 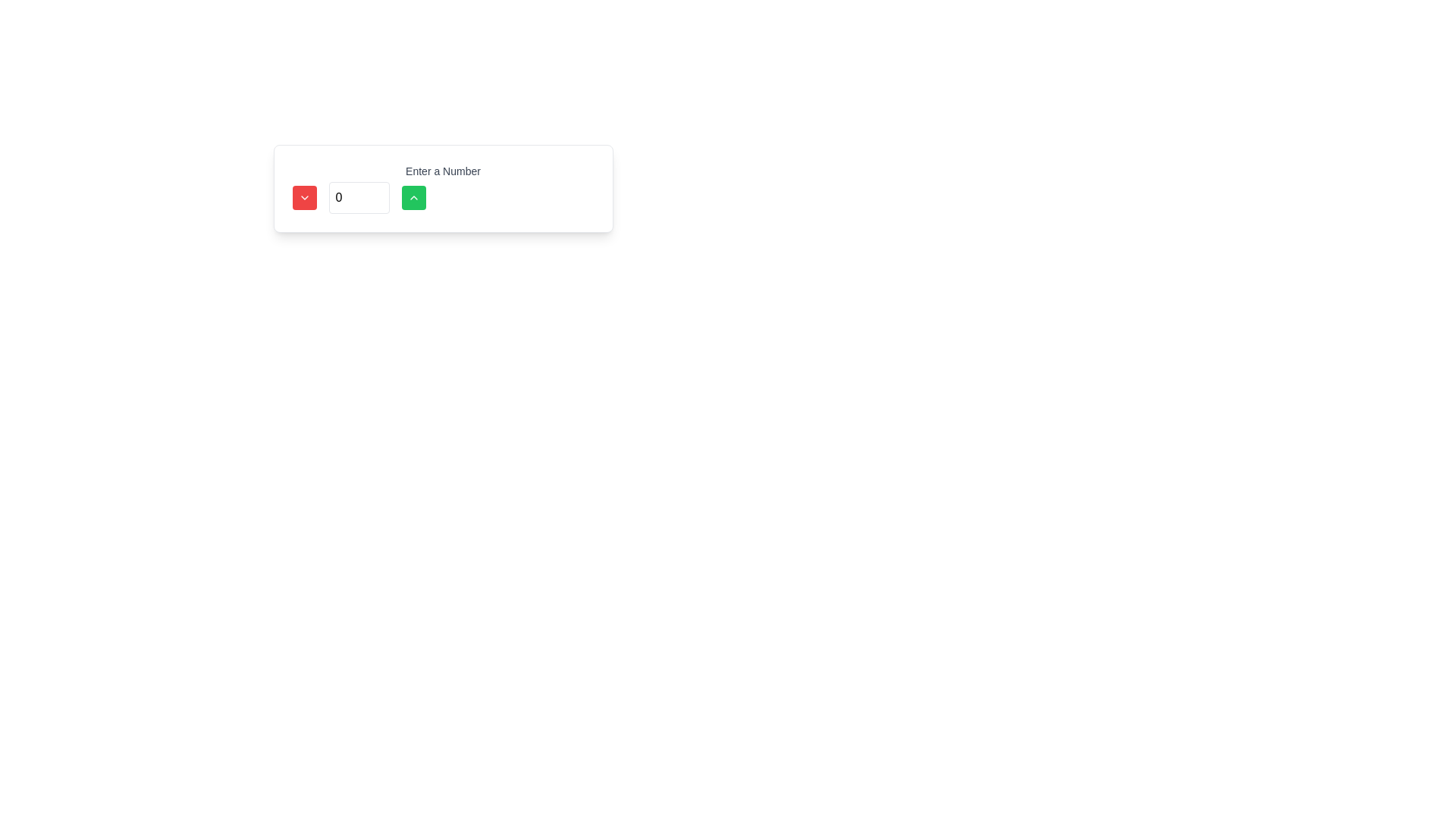 What do you see at coordinates (442, 188) in the screenshot?
I see `the green increment button of the labeled input field component that reads 'Enter a Number' to increase the value` at bounding box center [442, 188].